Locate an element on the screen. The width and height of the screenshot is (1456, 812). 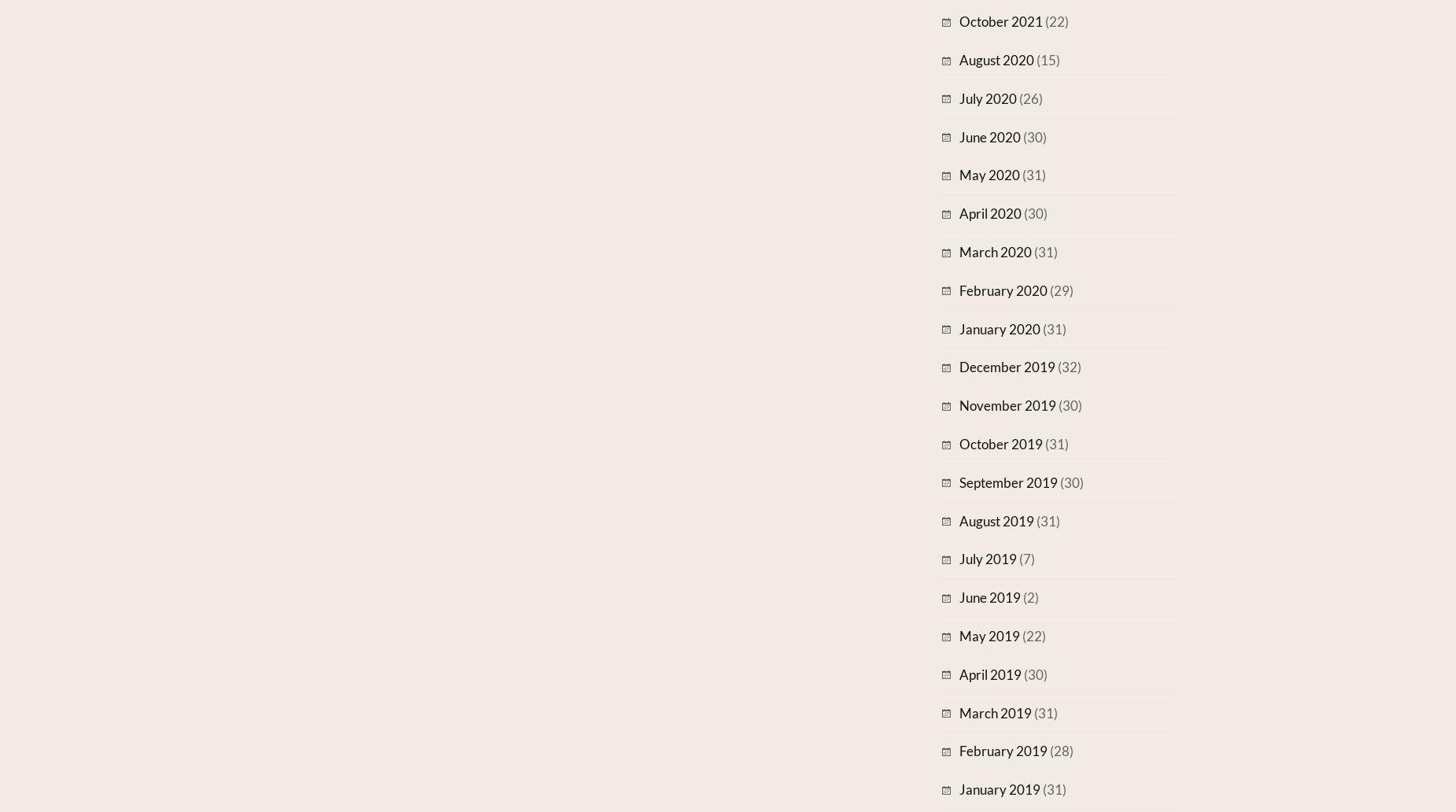
'July 2020' is located at coordinates (958, 98).